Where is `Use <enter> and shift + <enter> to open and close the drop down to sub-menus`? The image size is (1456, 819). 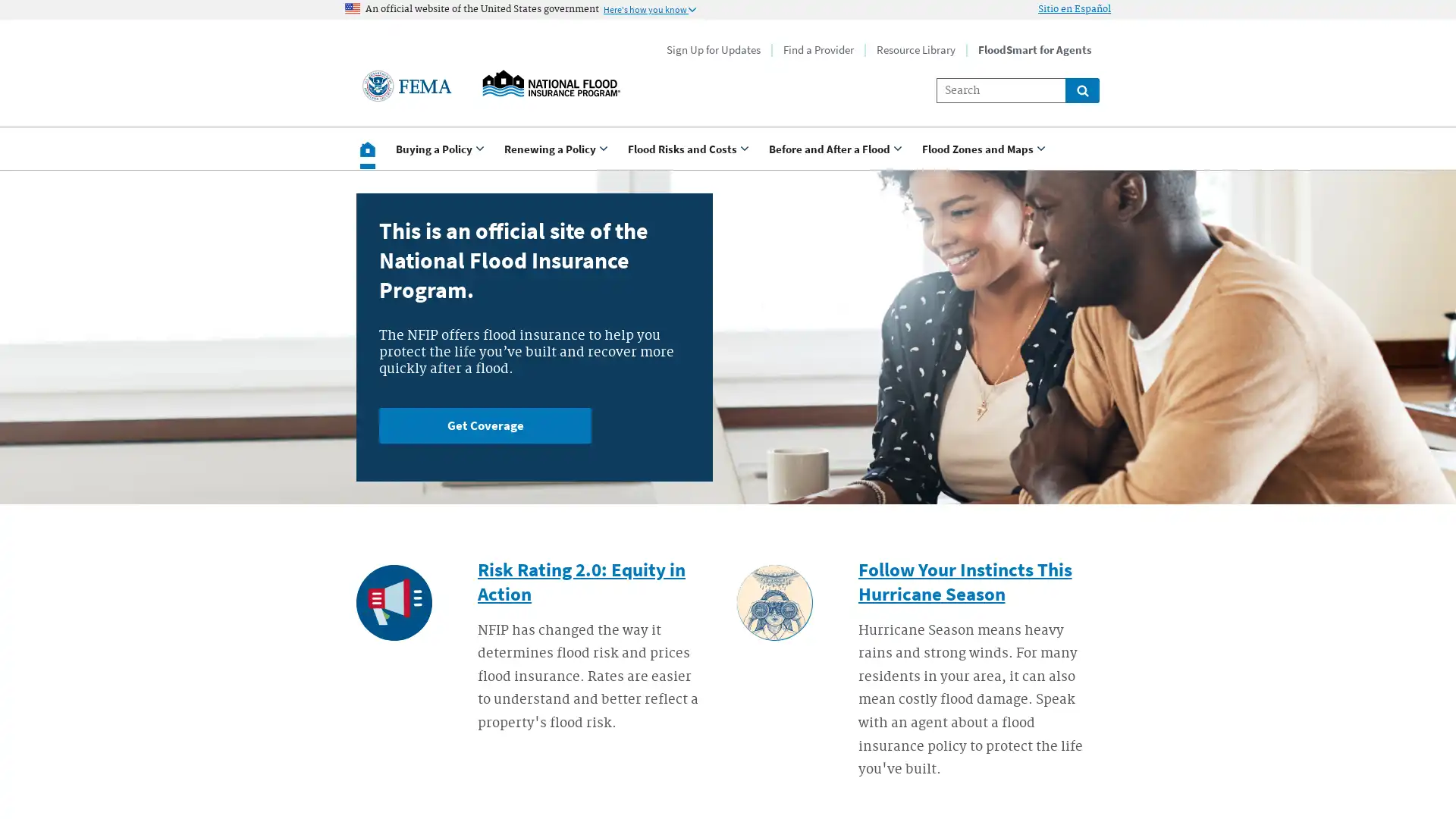 Use <enter> and shift + <enter> to open and close the drop down to sub-menus is located at coordinates (986, 148).